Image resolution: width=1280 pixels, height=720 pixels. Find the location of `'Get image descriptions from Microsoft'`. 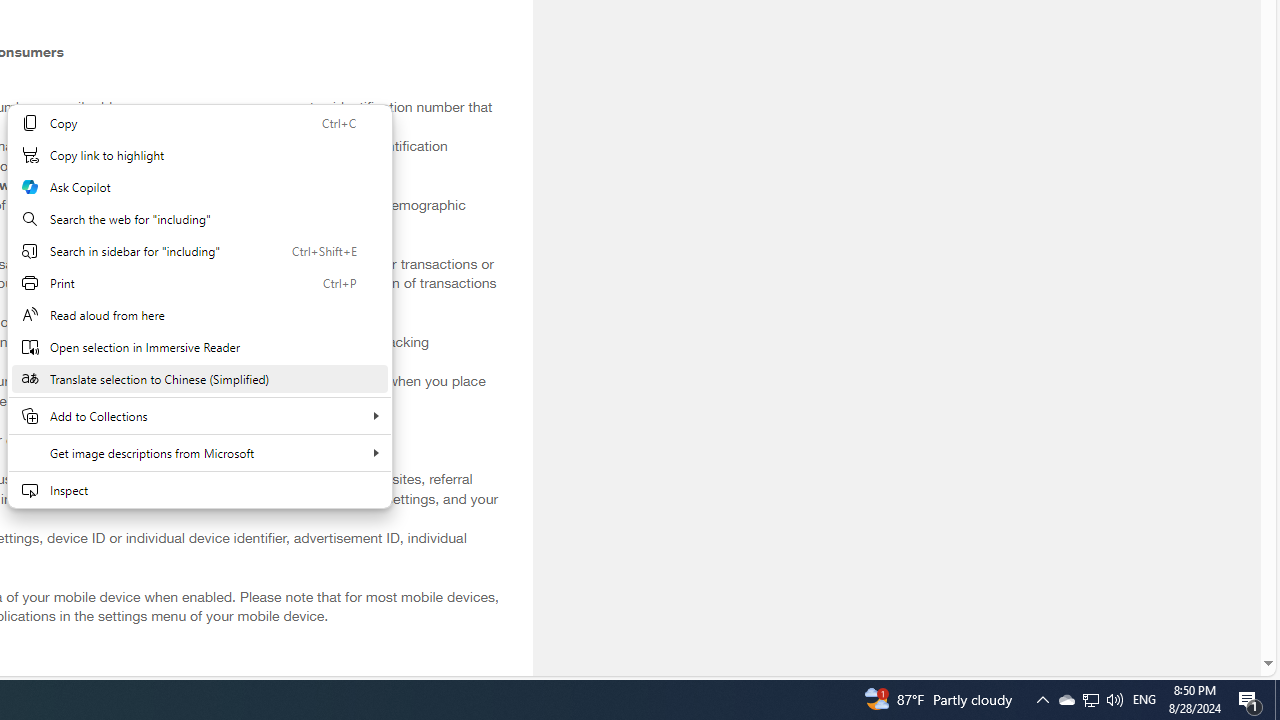

'Get image descriptions from Microsoft' is located at coordinates (199, 452).